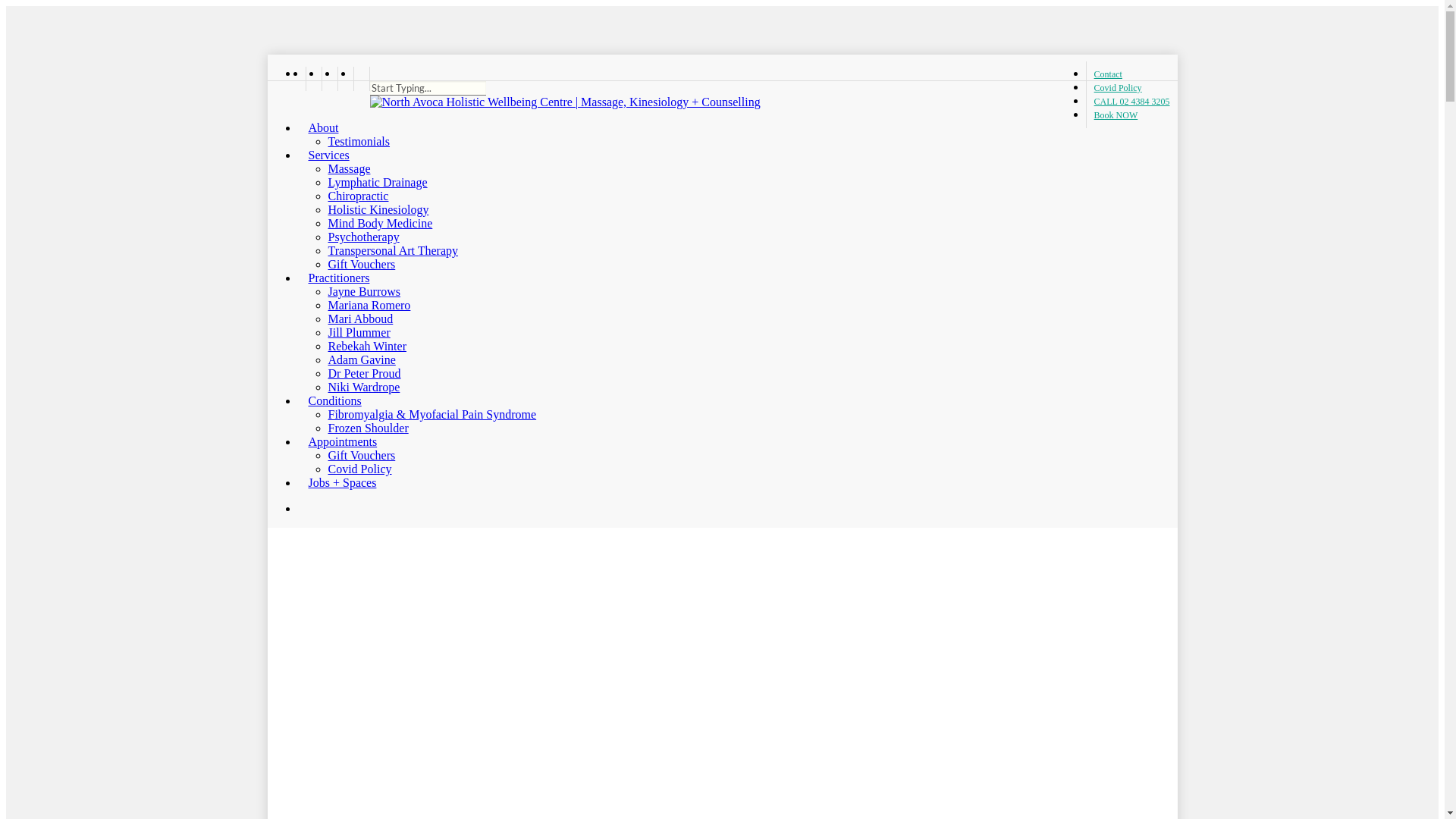 Image resolution: width=1456 pixels, height=819 pixels. Describe the element at coordinates (360, 79) in the screenshot. I see `'email'` at that location.